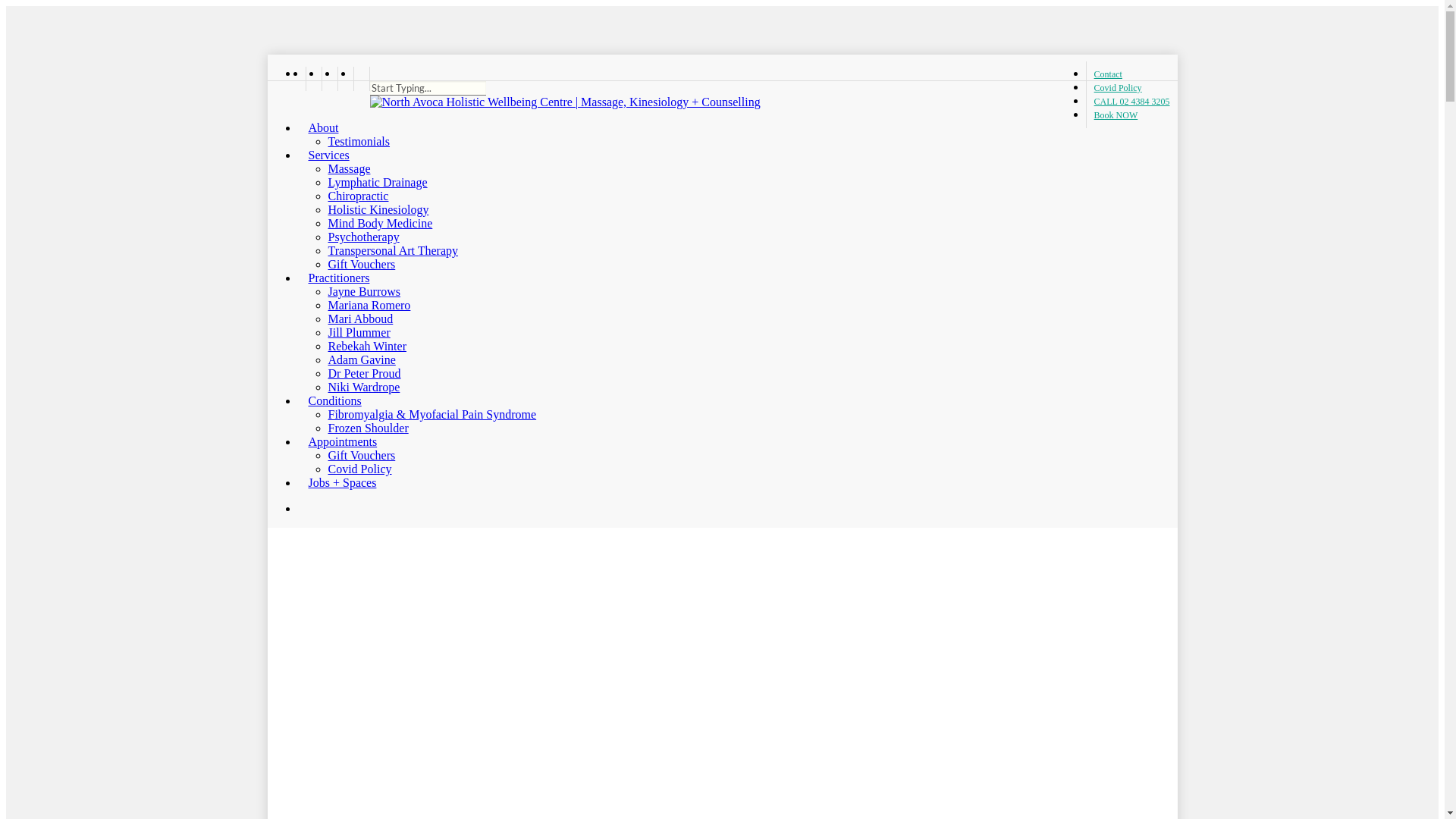 Image resolution: width=1456 pixels, height=819 pixels. Describe the element at coordinates (360, 79) in the screenshot. I see `'email'` at that location.